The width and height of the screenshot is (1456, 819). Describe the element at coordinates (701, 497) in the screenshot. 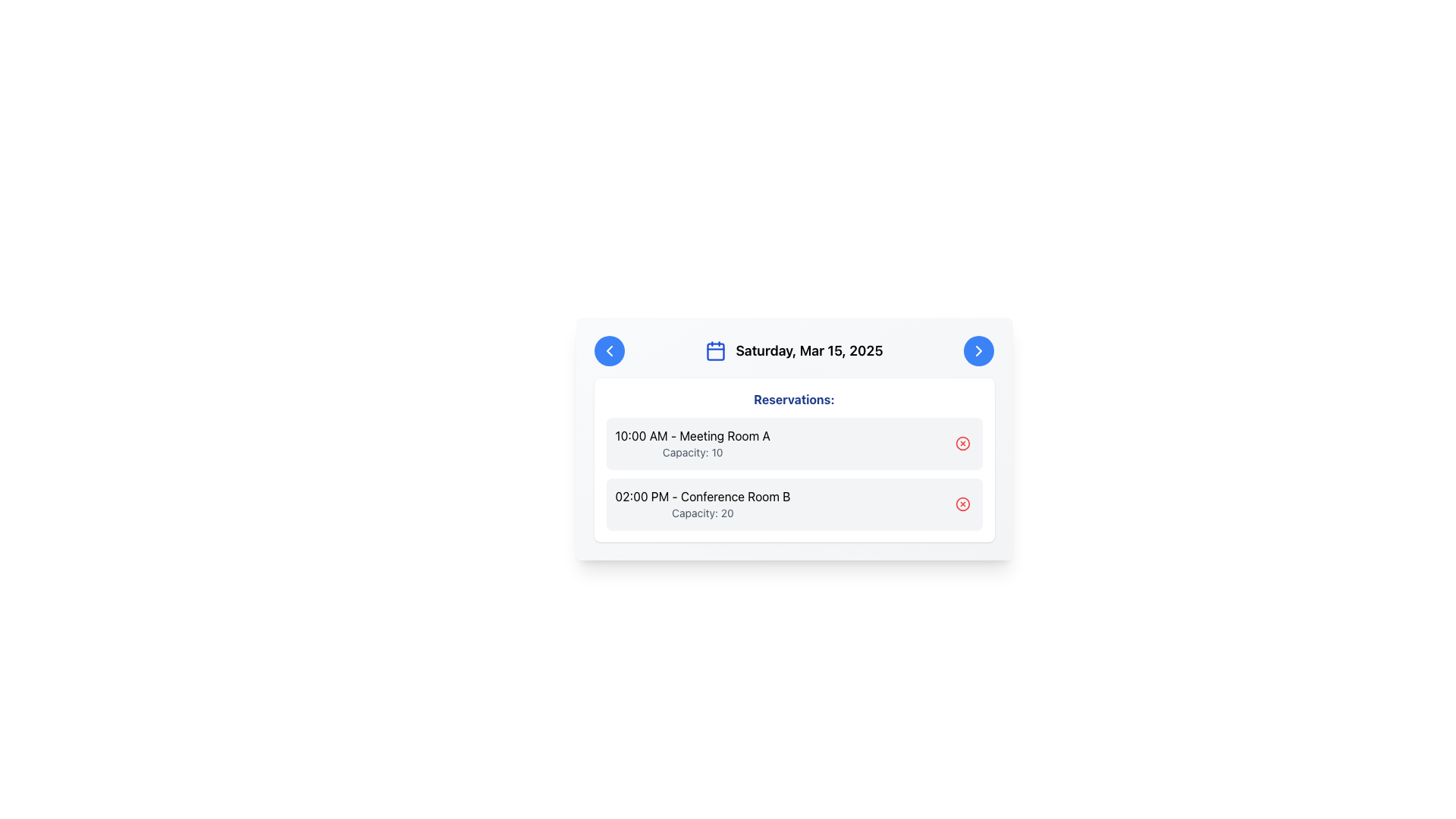

I see `the text label that presents scheduled time and location details for the second reservation item in the reservation list` at that location.